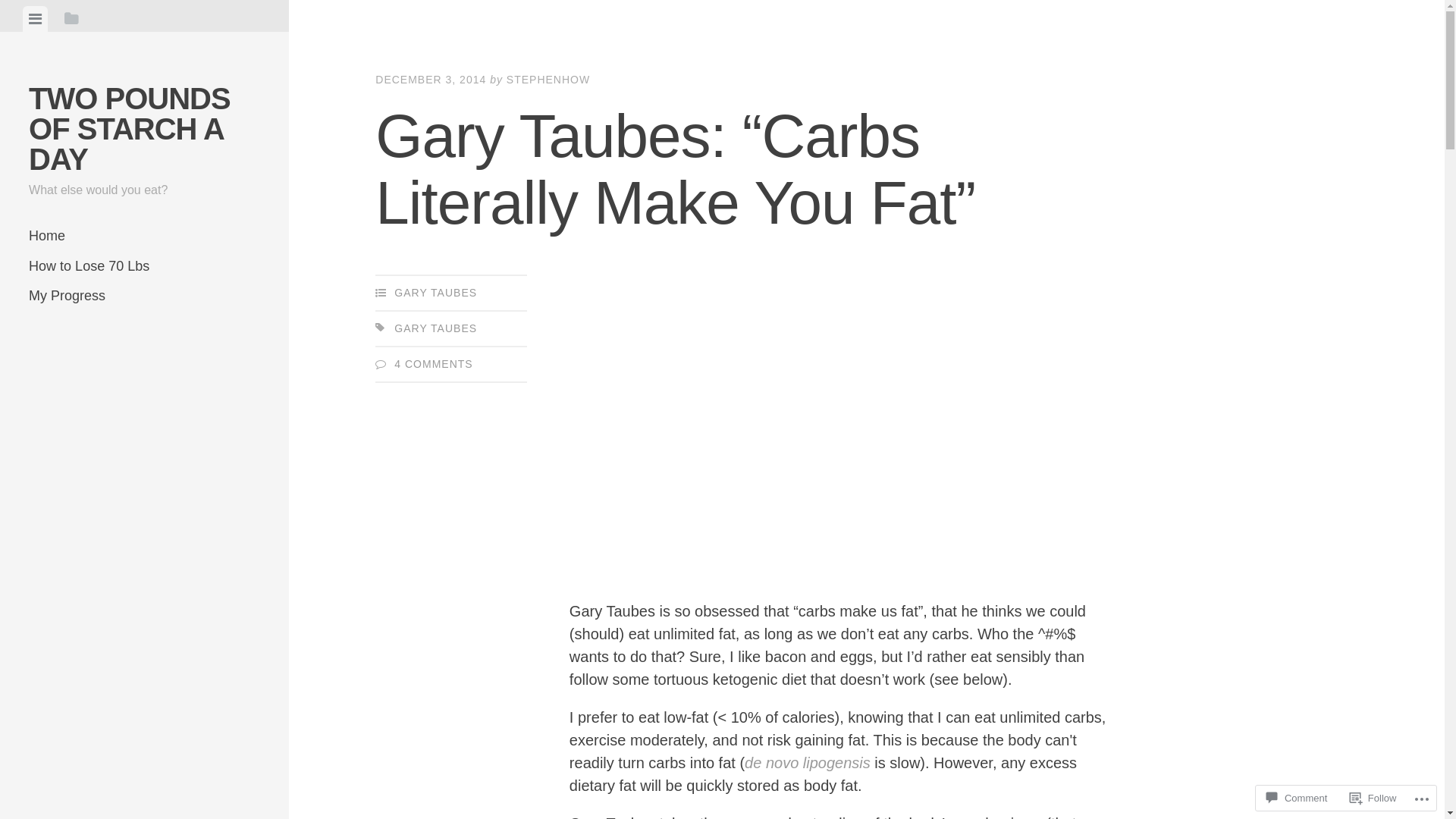  Describe the element at coordinates (130, 127) in the screenshot. I see `'TWO POUNDS OF STARCH A DAY'` at that location.